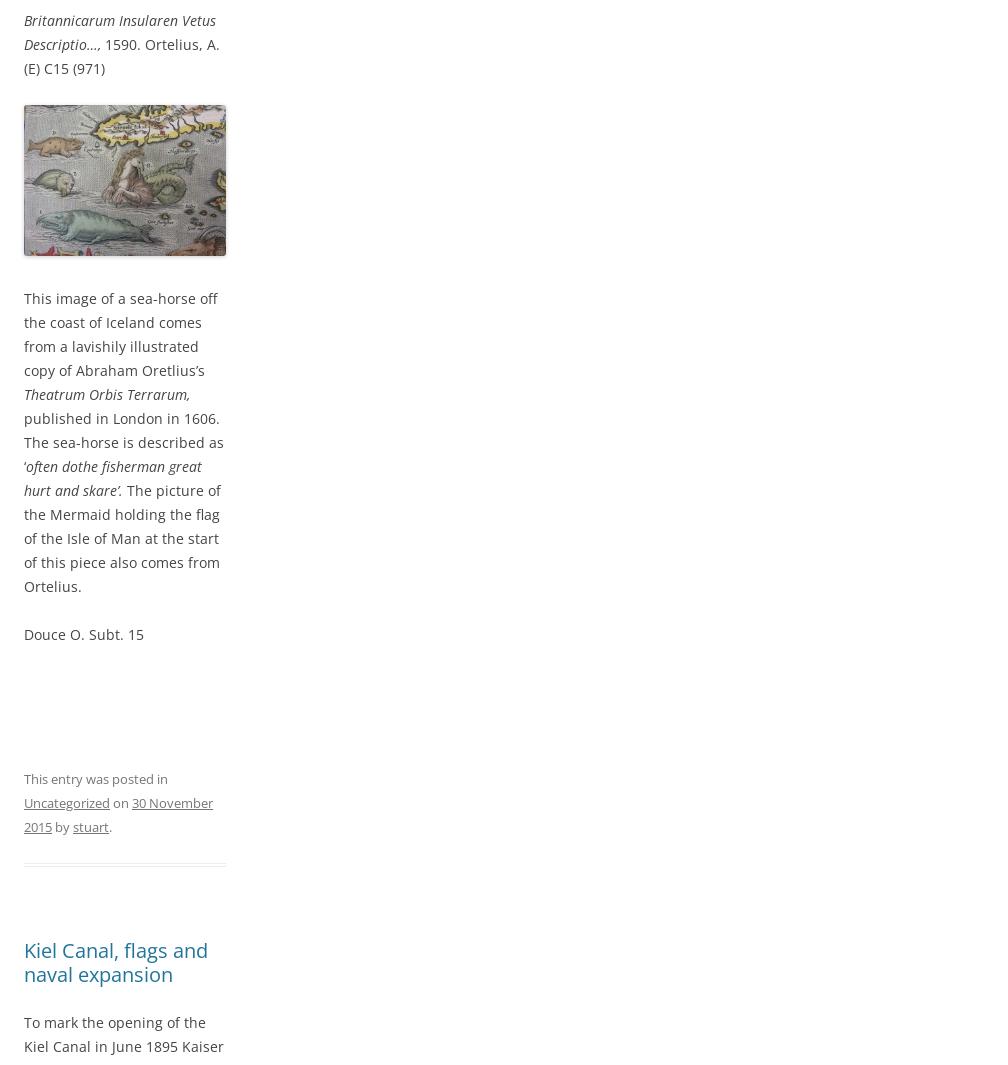 The image size is (1008, 1065). I want to click on 'often dothe fisherman great hurt and skare’.', so click(112, 477).